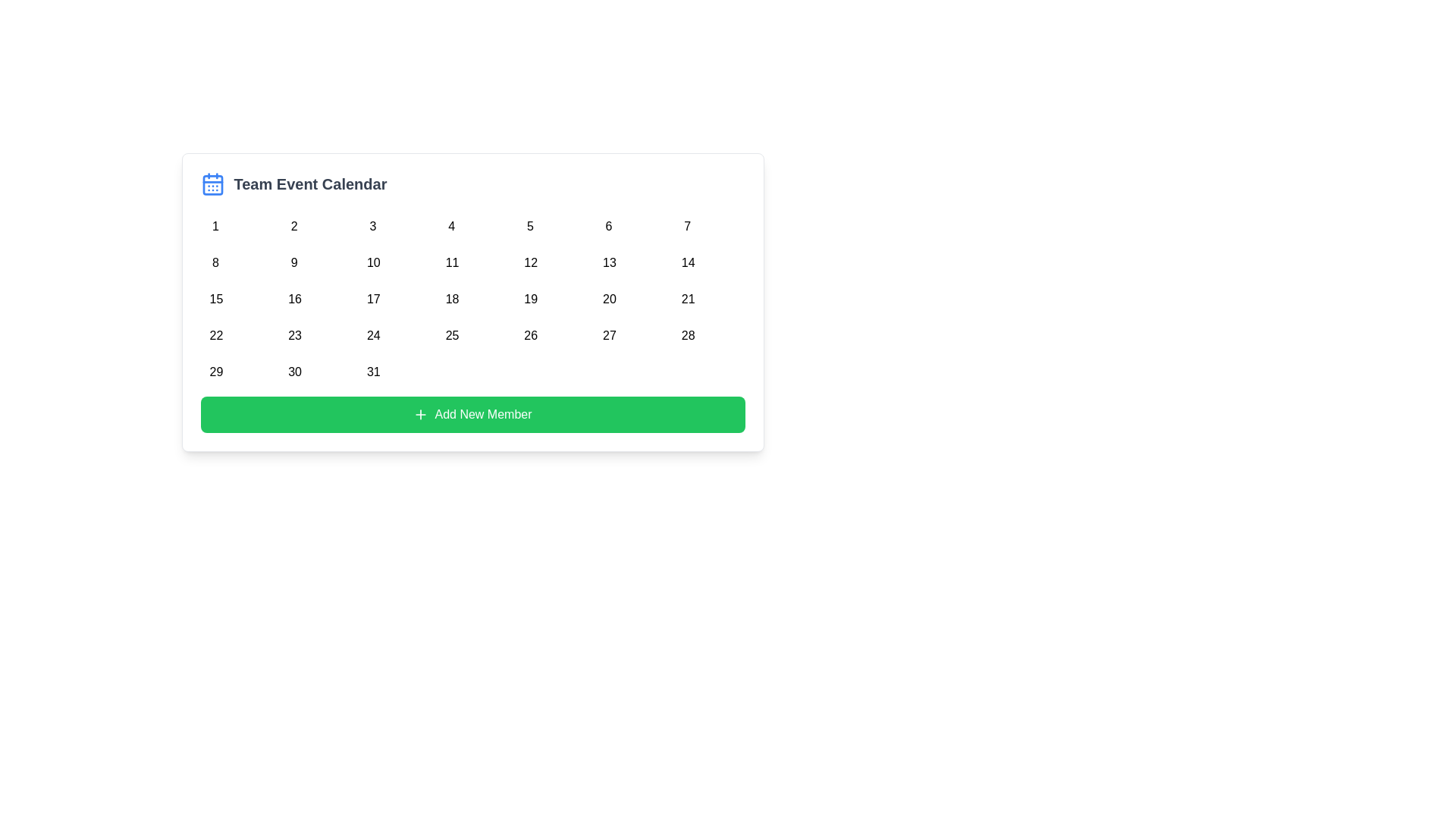 The width and height of the screenshot is (1456, 819). What do you see at coordinates (215, 296) in the screenshot?
I see `the Button element labeled '15' which is located in the third row and first column of the grid under 'Team Event Calendar'` at bounding box center [215, 296].